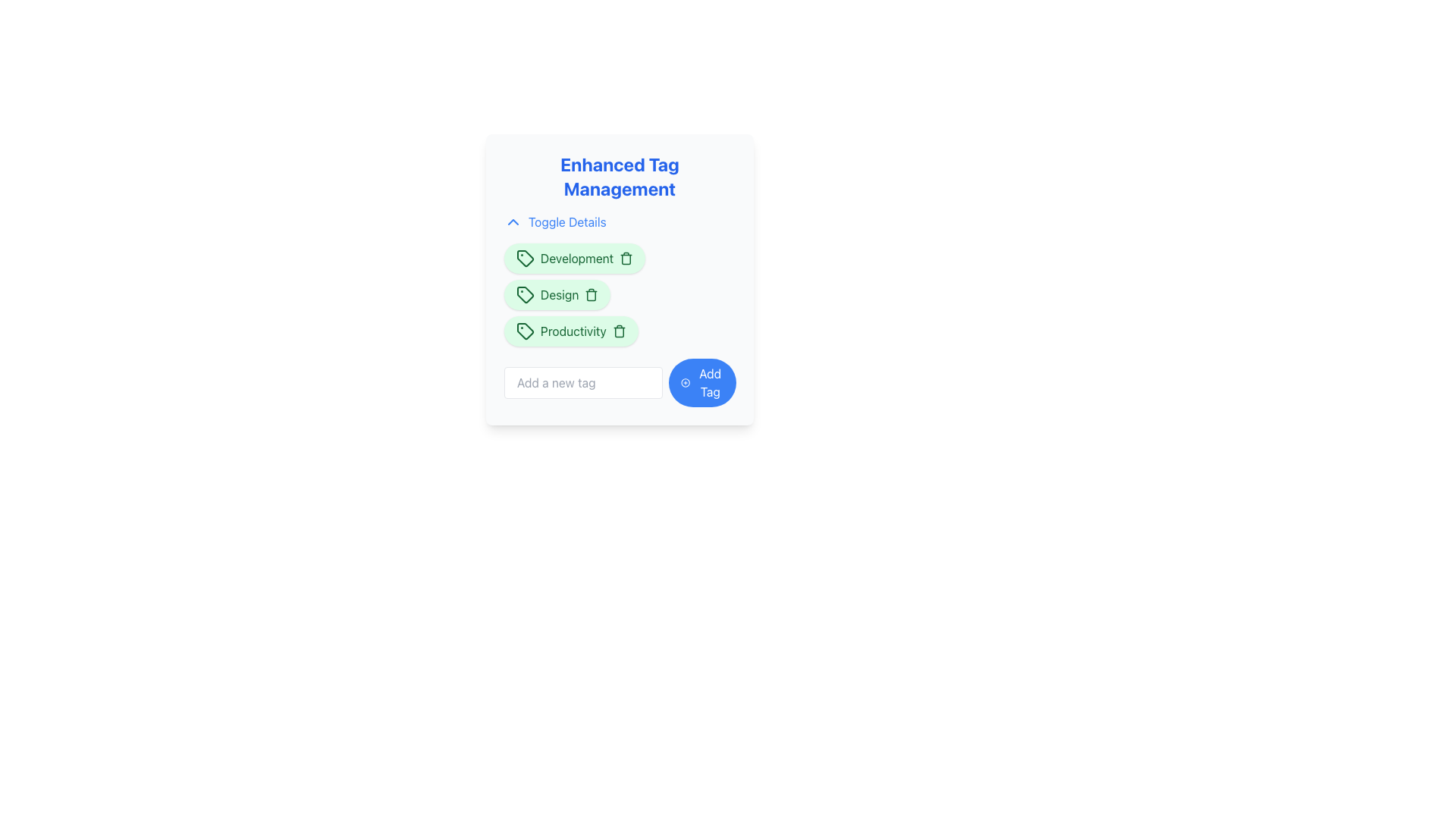 This screenshot has height=819, width=1456. What do you see at coordinates (620, 295) in the screenshot?
I see `the second tag labeled 'Design' in the Enhanced Tag Management section` at bounding box center [620, 295].